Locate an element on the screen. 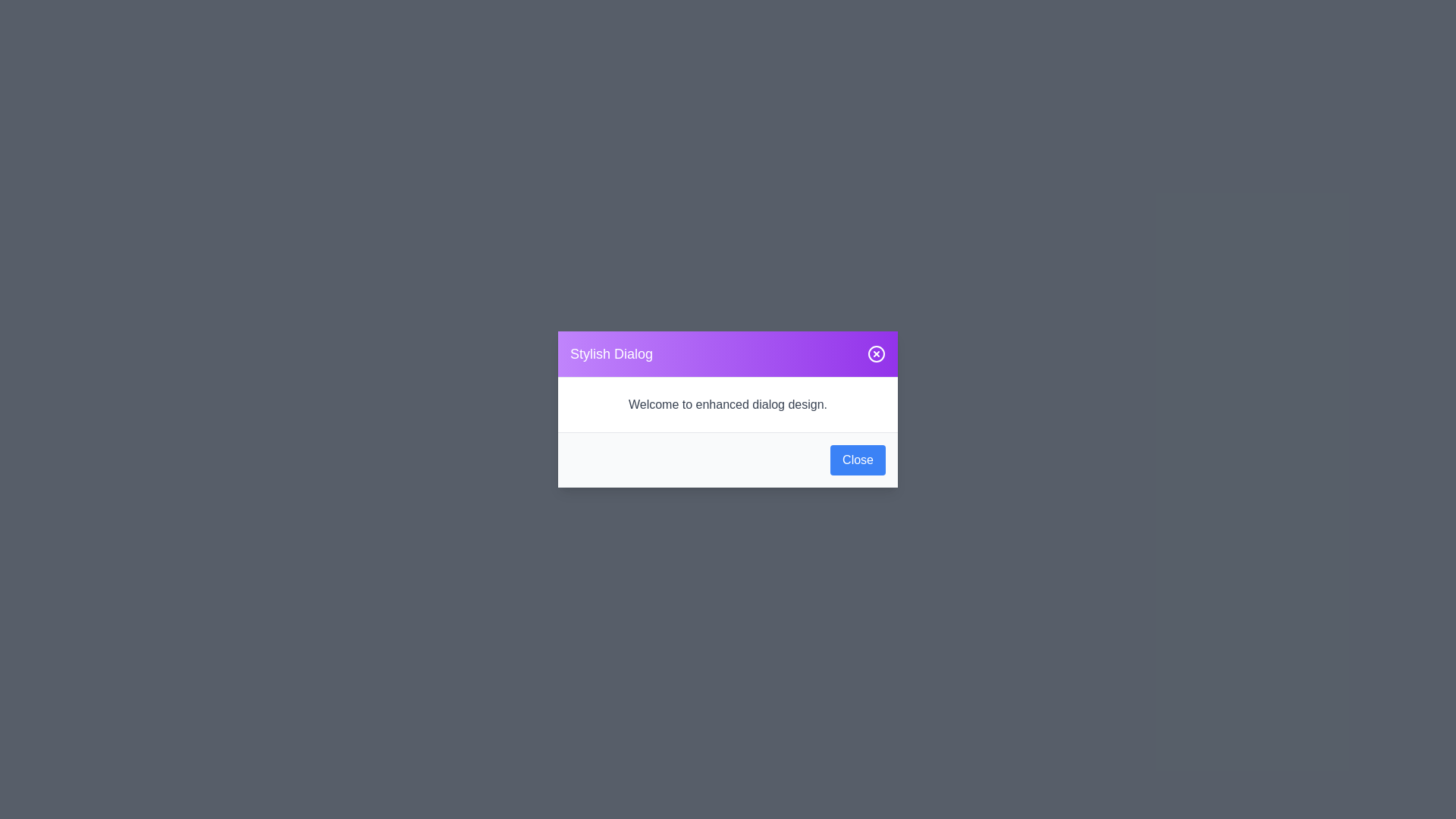  the 'Stylish Dialog' modal dialog box that has a prominent title and a blue 'Close' button at the bottom is located at coordinates (728, 409).